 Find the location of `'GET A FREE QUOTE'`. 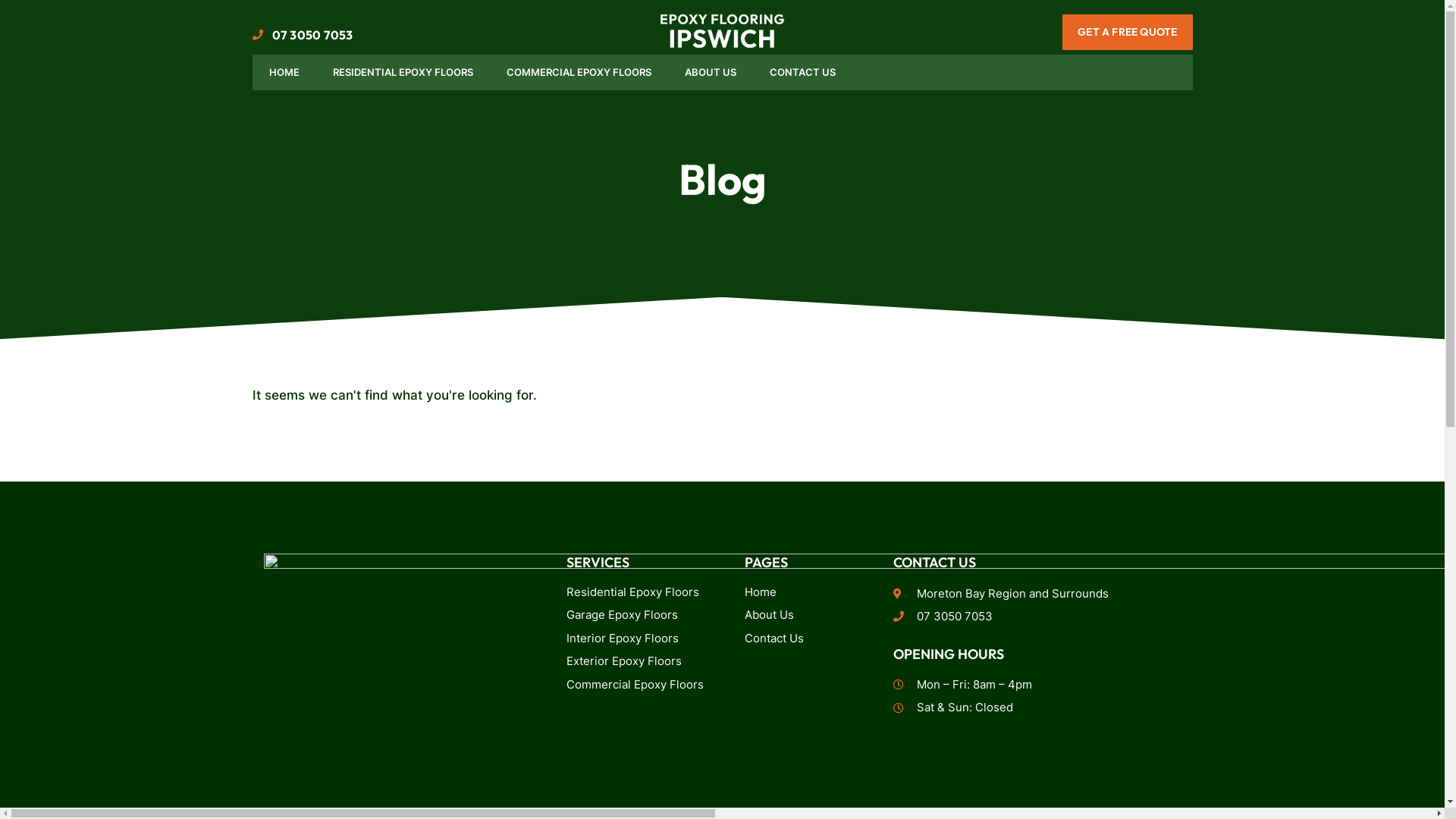

'GET A FREE QUOTE' is located at coordinates (1127, 32).